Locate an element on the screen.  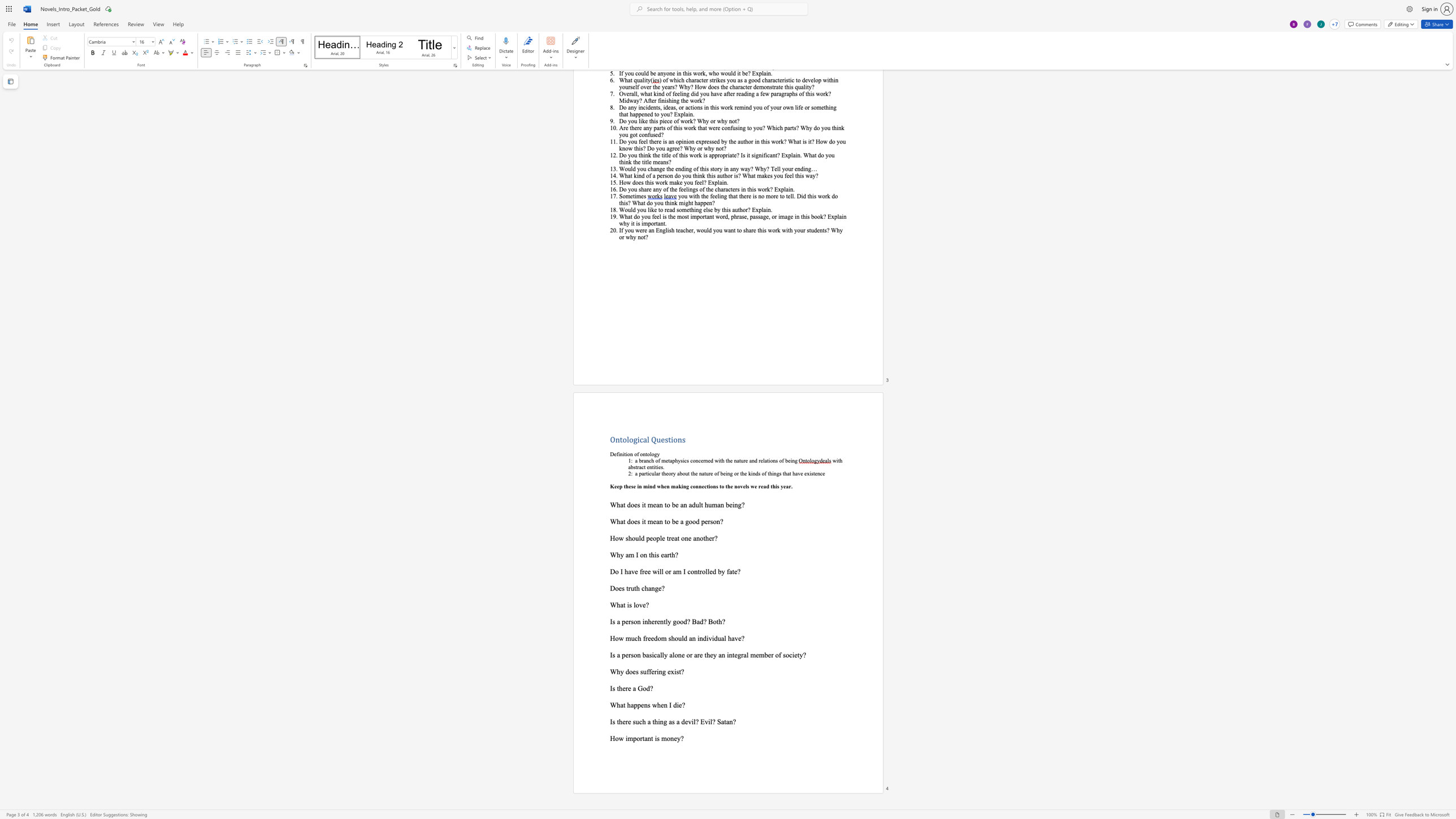
the space between the continuous character "y" and "s" in the text is located at coordinates (680, 460).